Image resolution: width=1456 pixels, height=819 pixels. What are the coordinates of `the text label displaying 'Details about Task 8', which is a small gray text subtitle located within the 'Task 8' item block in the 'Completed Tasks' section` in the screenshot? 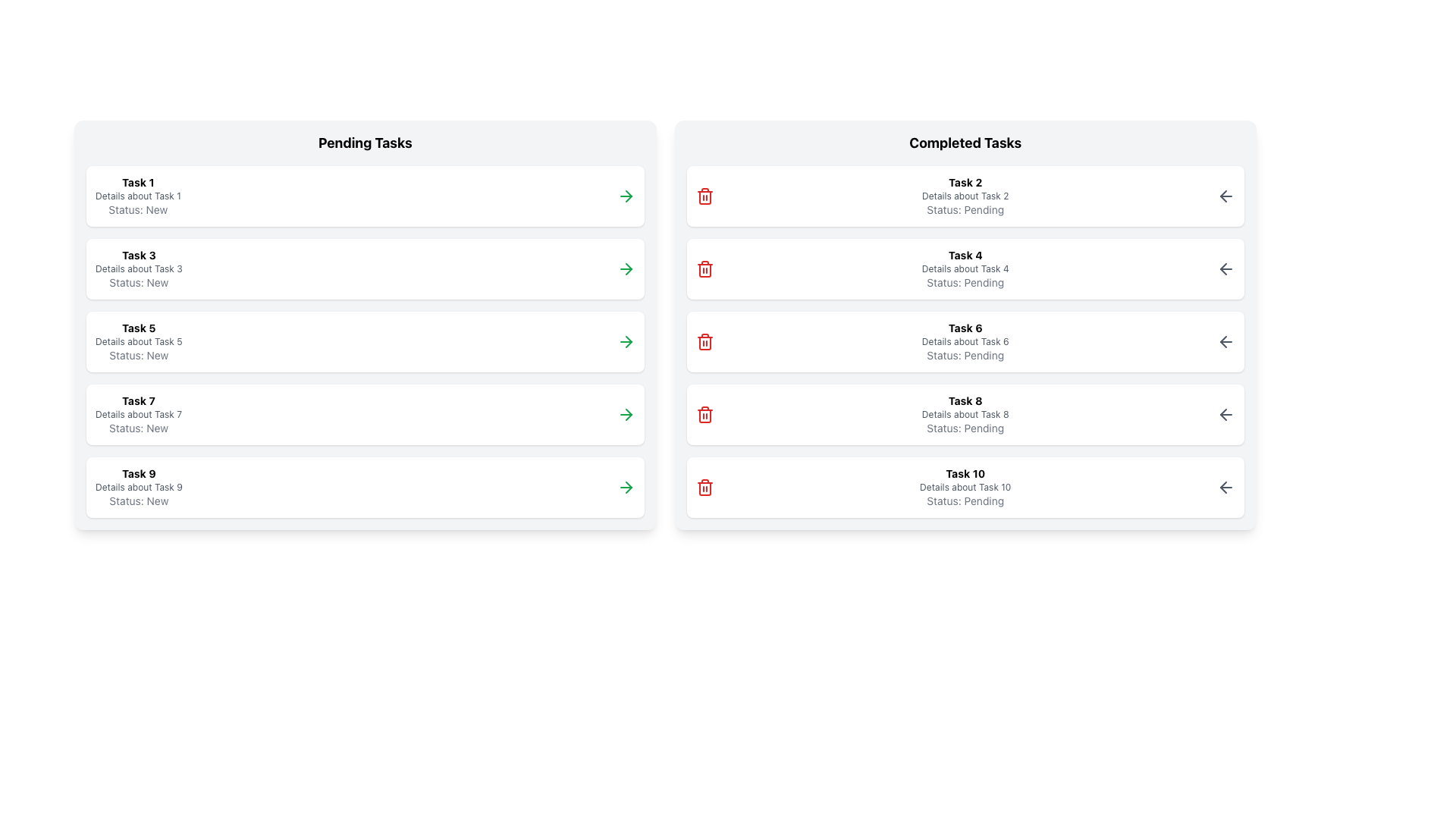 It's located at (965, 415).